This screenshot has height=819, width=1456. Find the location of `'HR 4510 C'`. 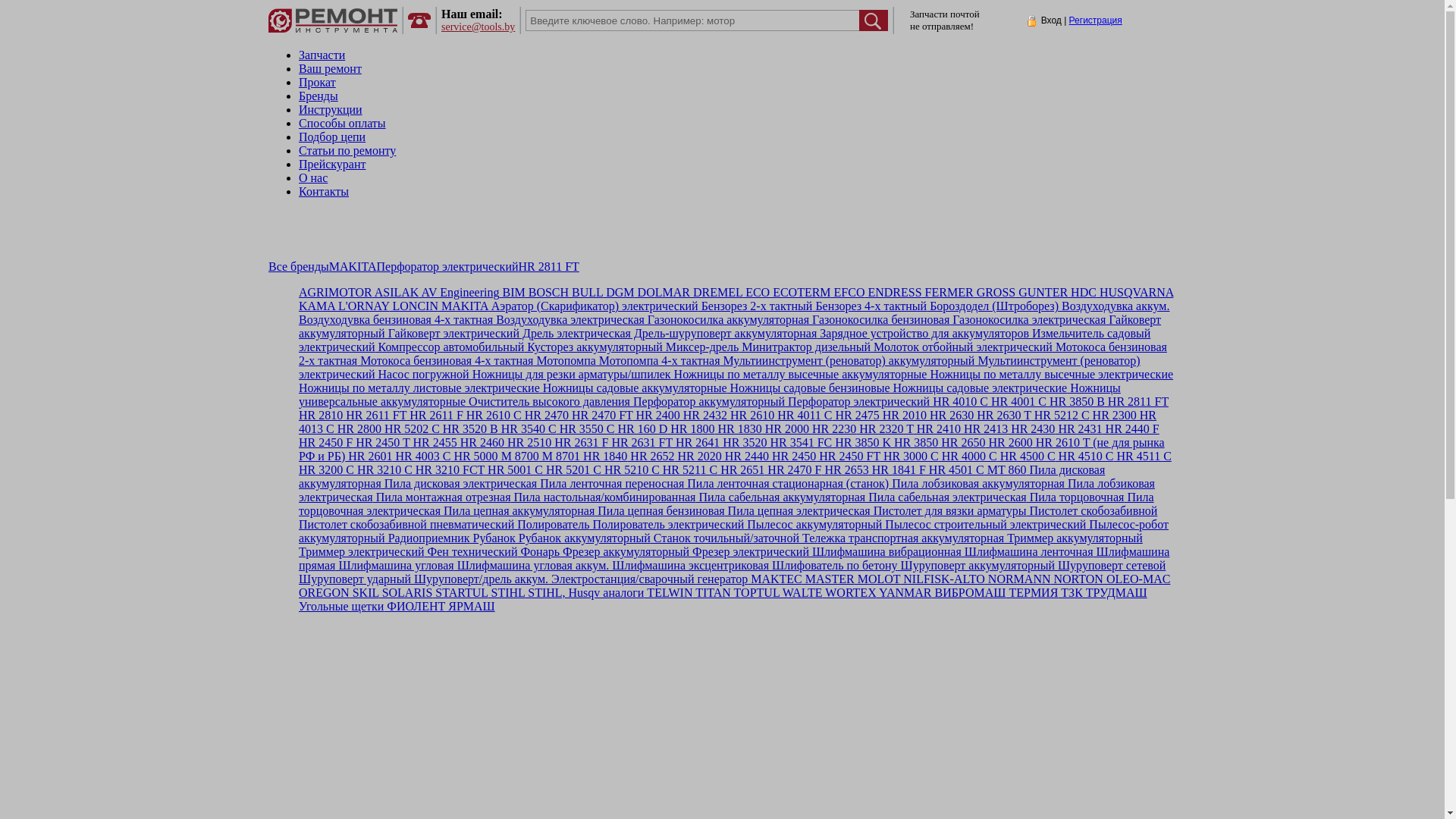

'HR 4510 C' is located at coordinates (1084, 455).